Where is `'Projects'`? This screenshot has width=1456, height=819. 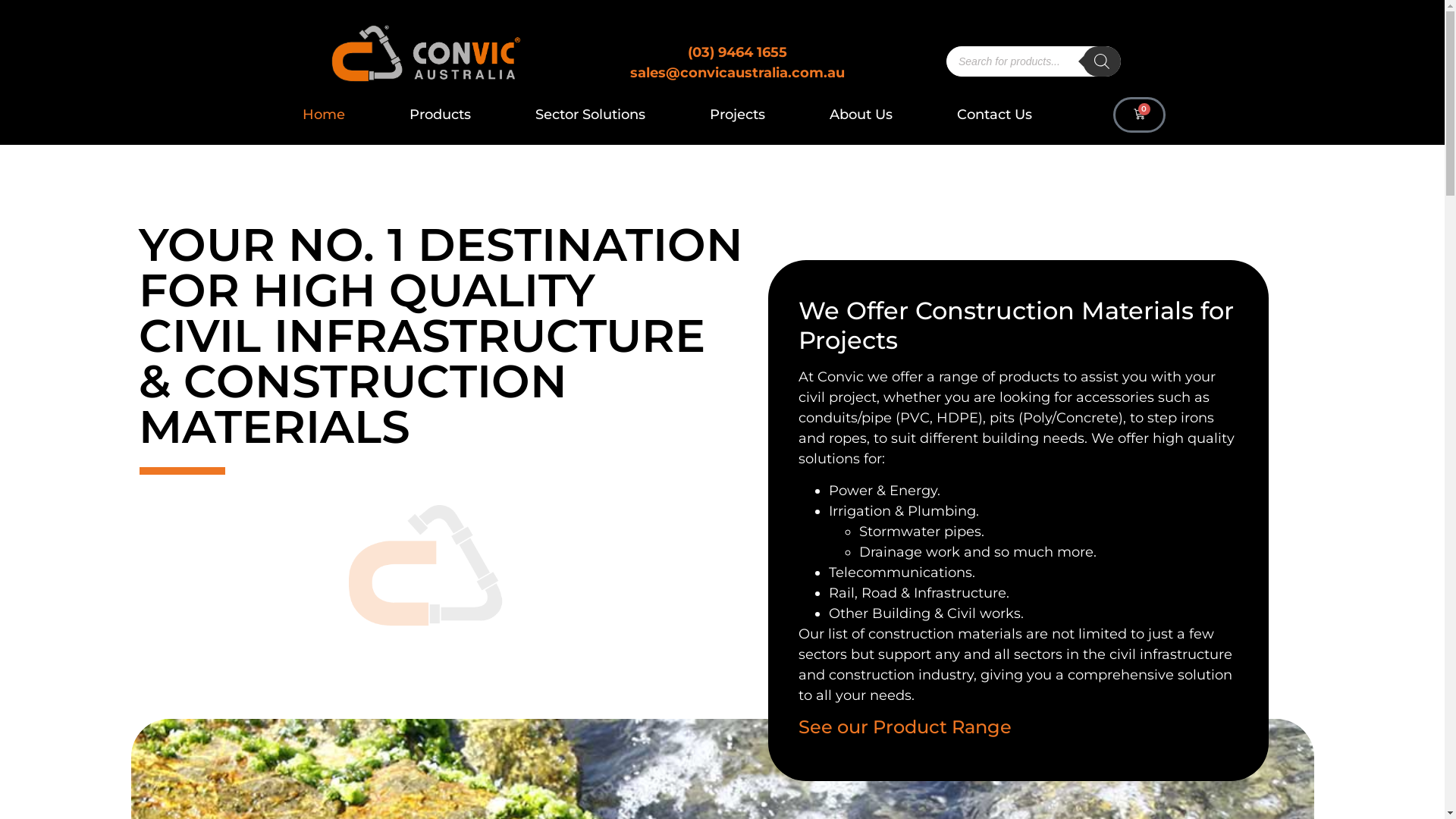 'Projects' is located at coordinates (693, 113).